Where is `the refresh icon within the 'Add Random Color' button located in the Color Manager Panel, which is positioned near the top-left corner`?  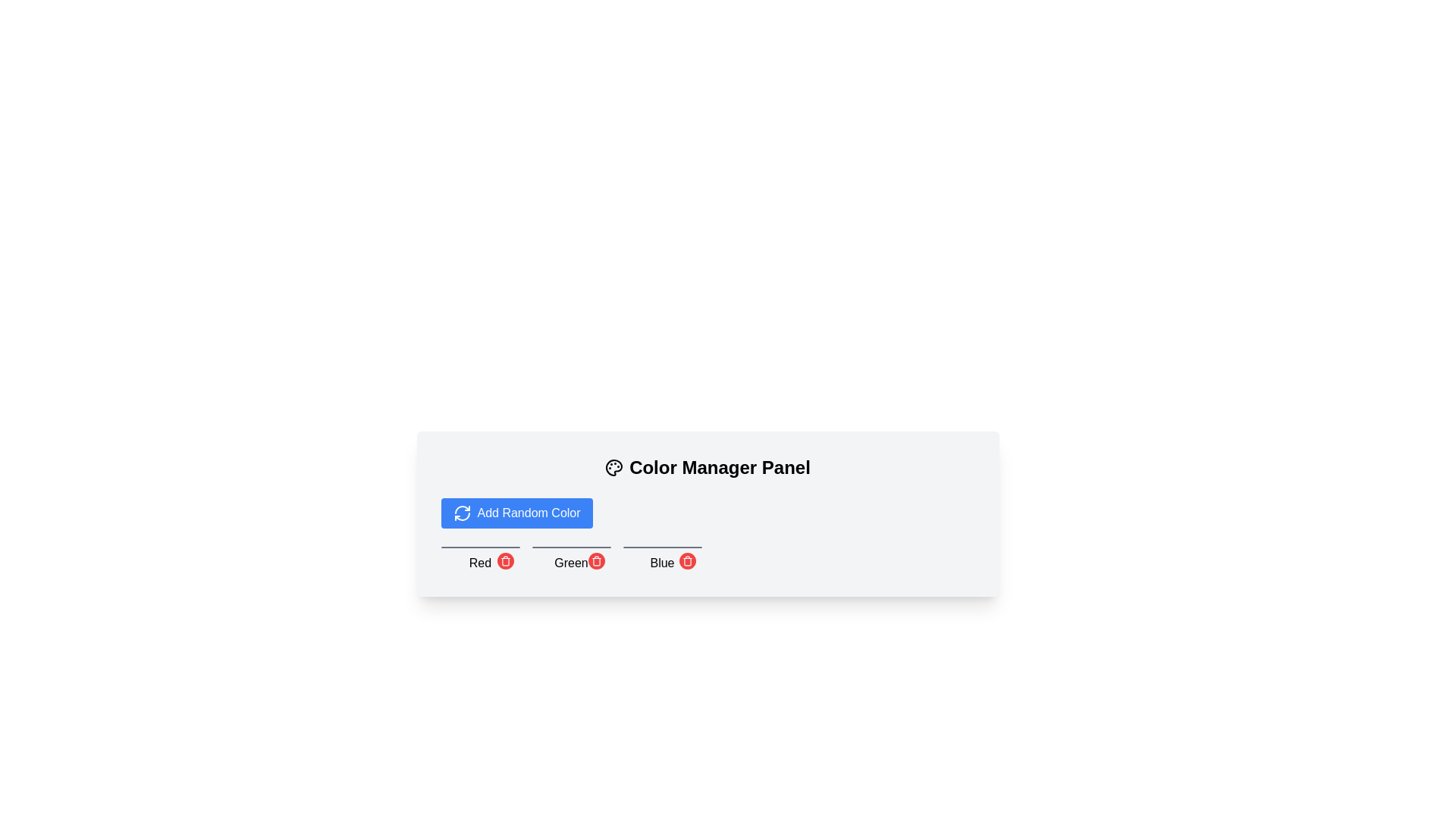 the refresh icon within the 'Add Random Color' button located in the Color Manager Panel, which is positioned near the top-left corner is located at coordinates (461, 513).